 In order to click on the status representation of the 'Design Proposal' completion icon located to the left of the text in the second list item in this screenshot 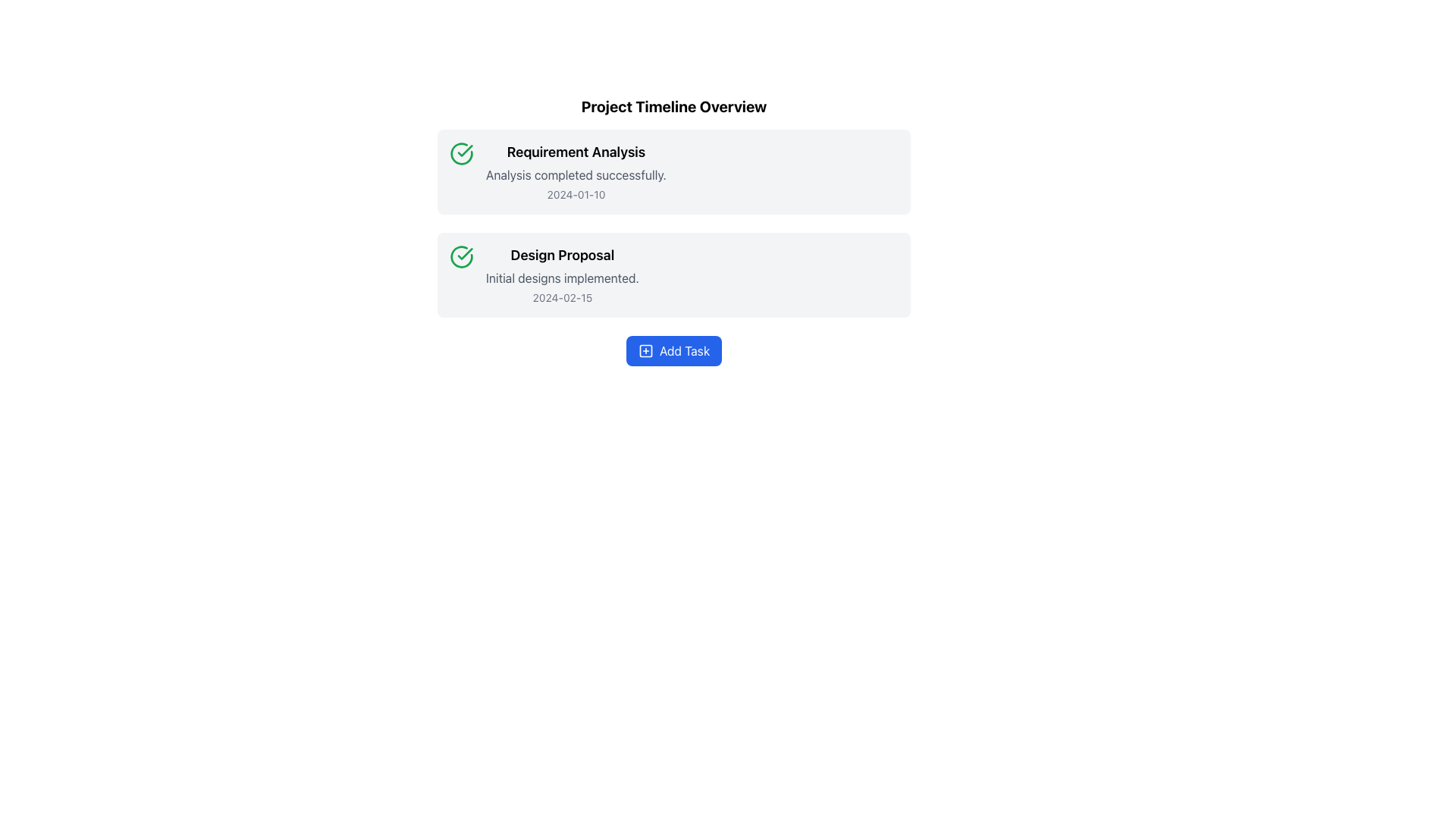, I will do `click(464, 253)`.